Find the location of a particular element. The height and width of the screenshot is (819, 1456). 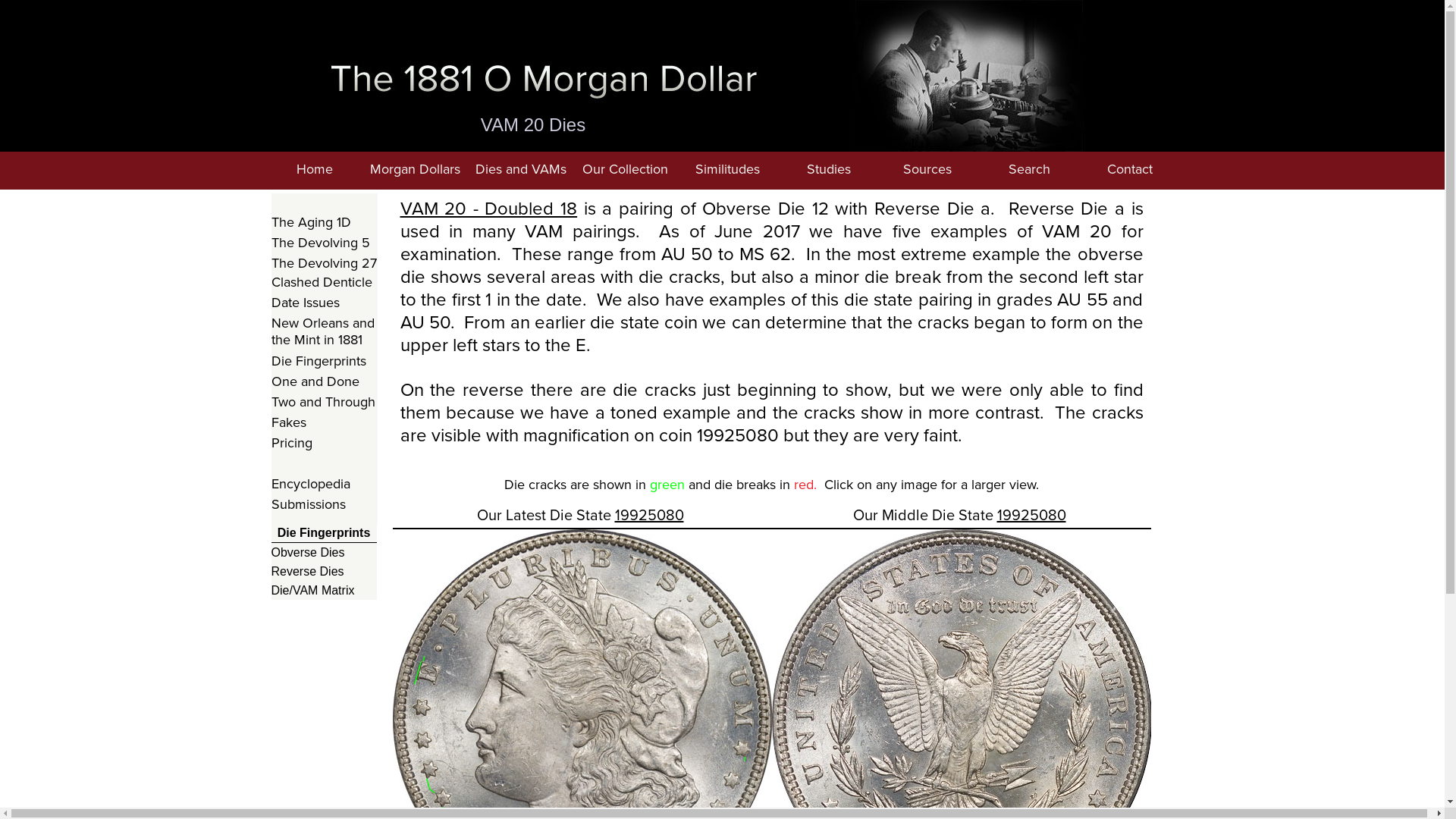

'19925080' is located at coordinates (1031, 513).